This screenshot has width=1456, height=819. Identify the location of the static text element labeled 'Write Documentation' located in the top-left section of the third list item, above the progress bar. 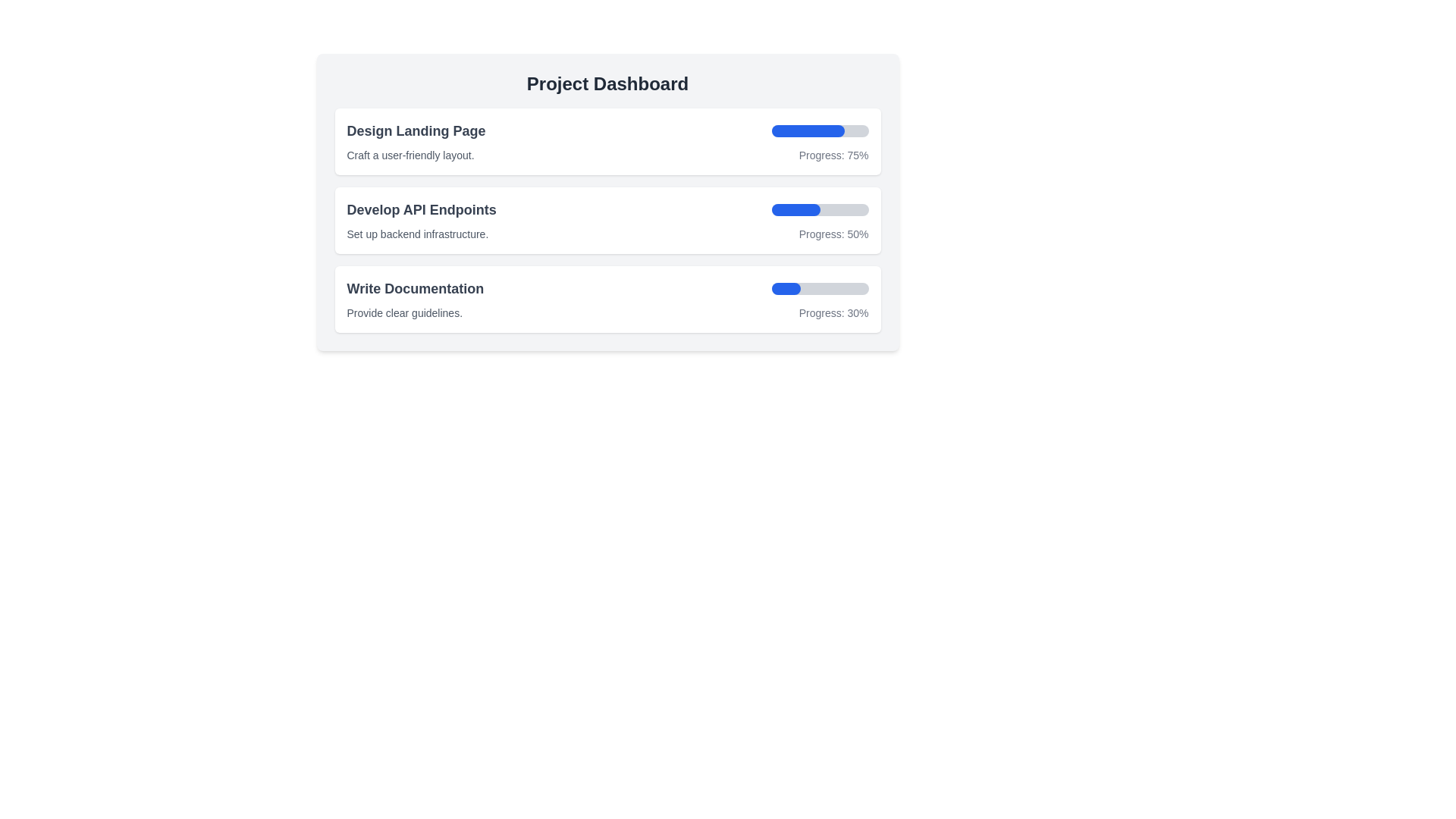
(415, 289).